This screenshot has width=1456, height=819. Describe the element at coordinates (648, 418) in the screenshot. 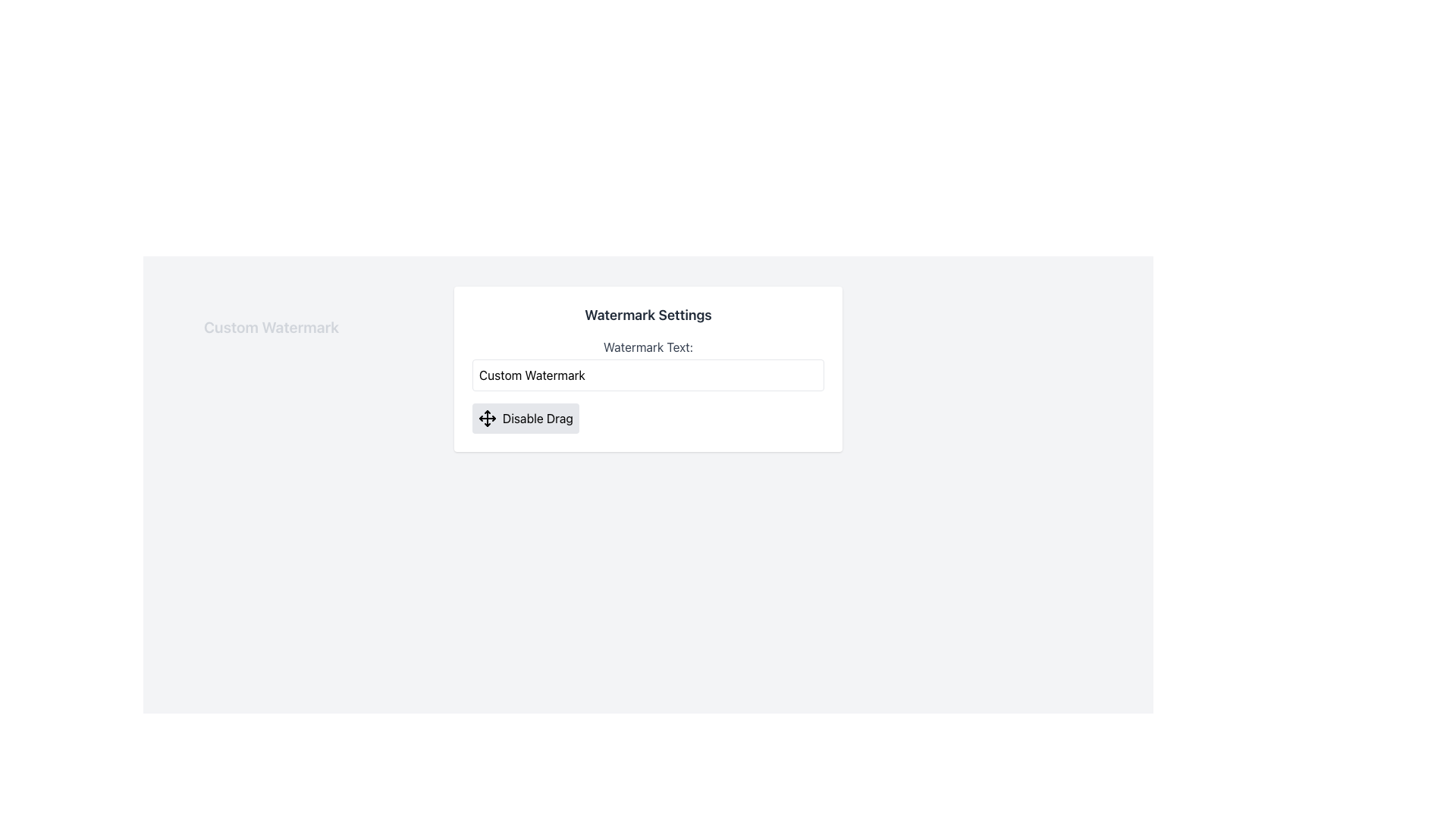

I see `the toggle control for disabling or toggling drag functionality in the 'Watermark Settings' panel` at that location.